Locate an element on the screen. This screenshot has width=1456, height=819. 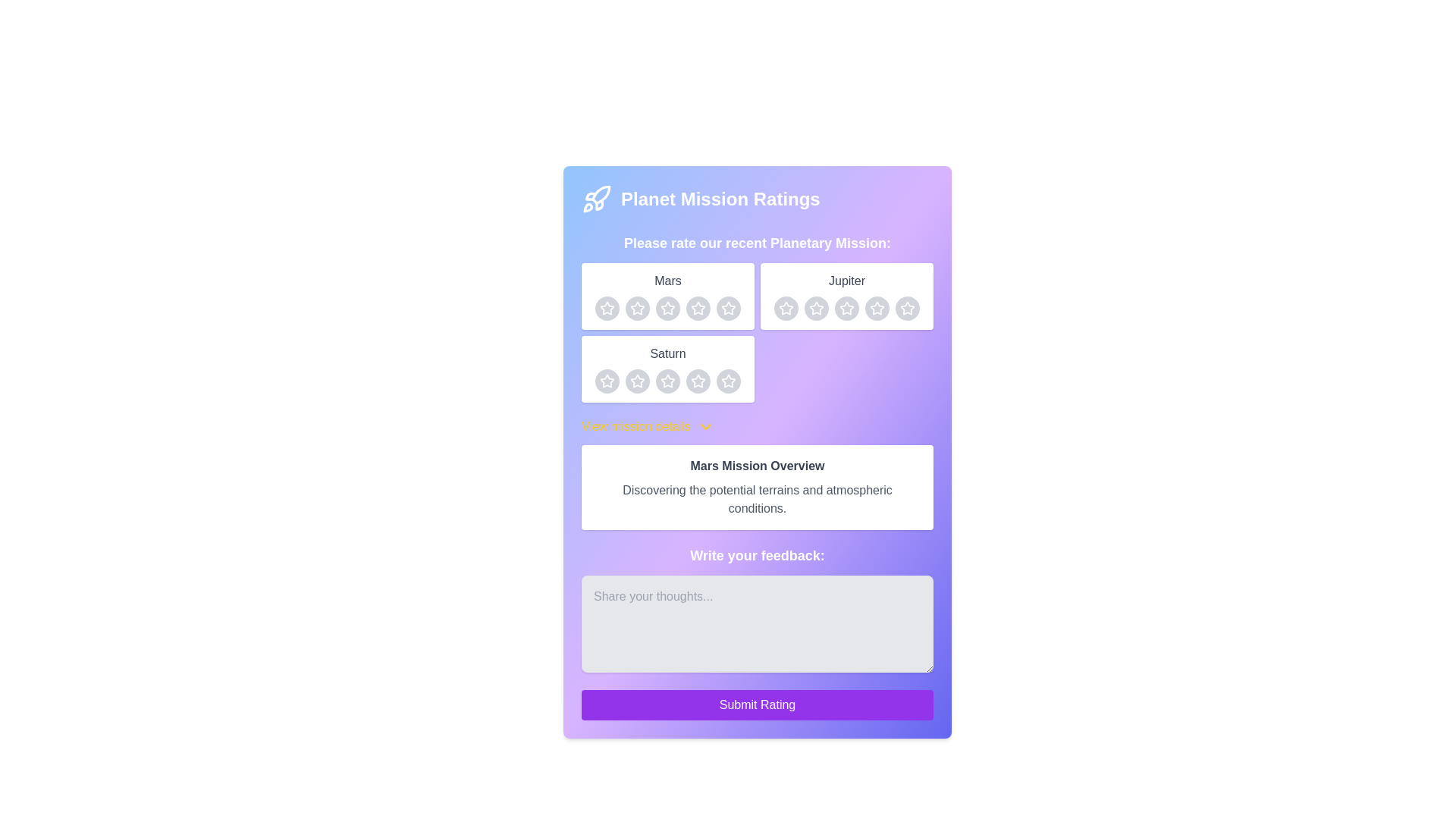
the third star is located at coordinates (814, 307).